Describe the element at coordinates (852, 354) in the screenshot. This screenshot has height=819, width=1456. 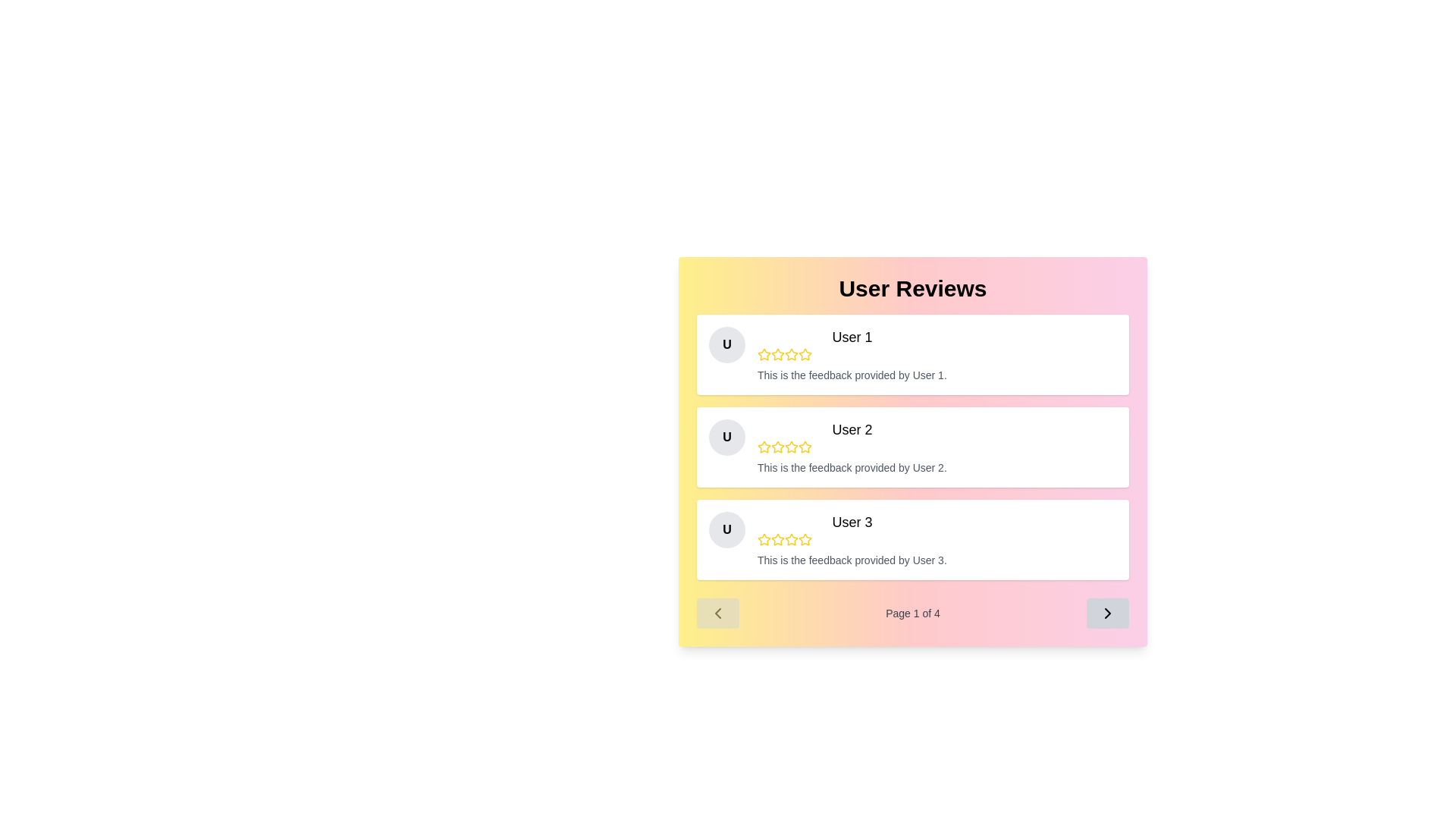
I see `the second star in the rating stars located under the title 'User 1' to assign a rating` at that location.